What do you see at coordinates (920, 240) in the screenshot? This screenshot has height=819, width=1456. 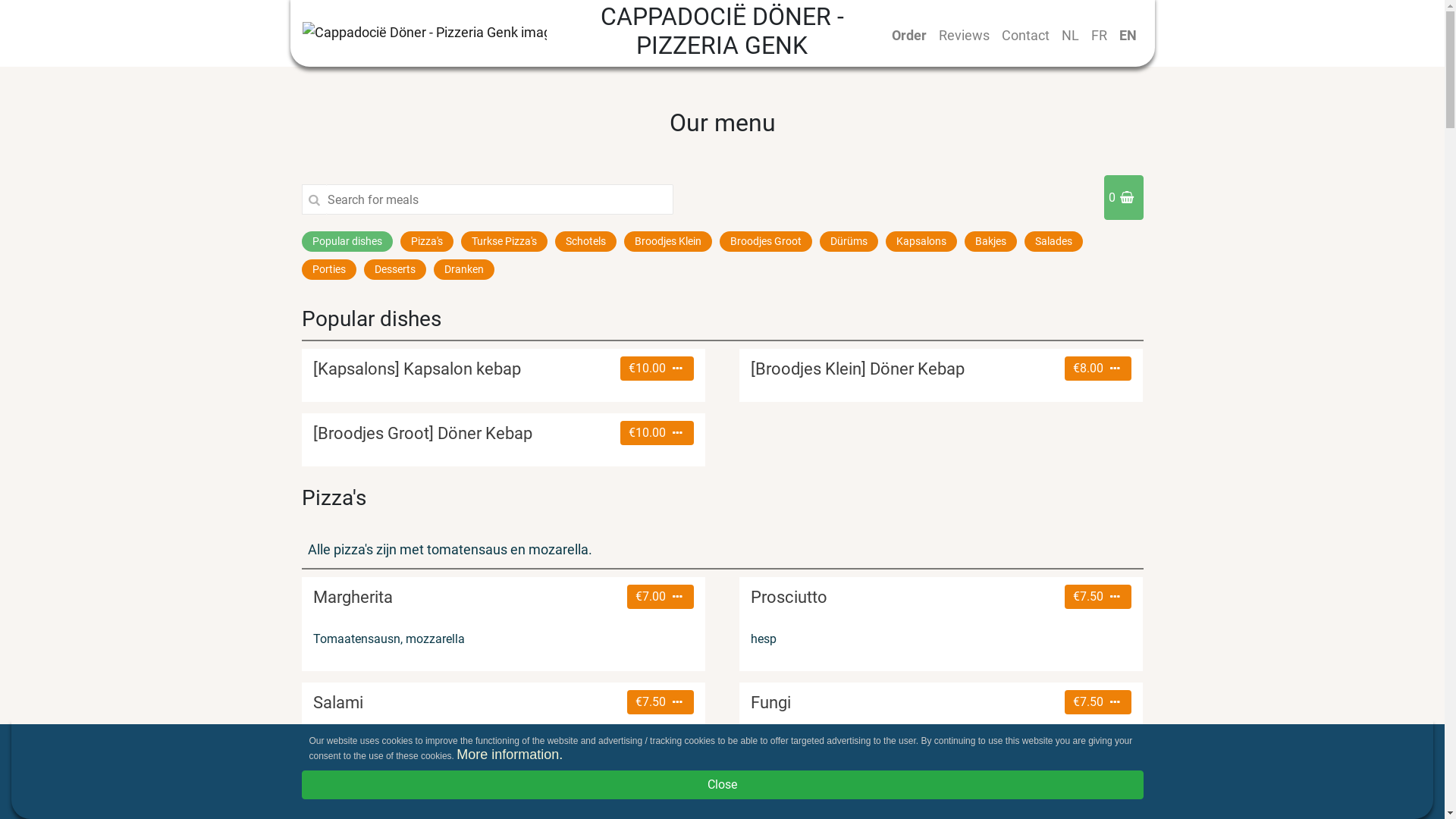 I see `'Kapsalons'` at bounding box center [920, 240].